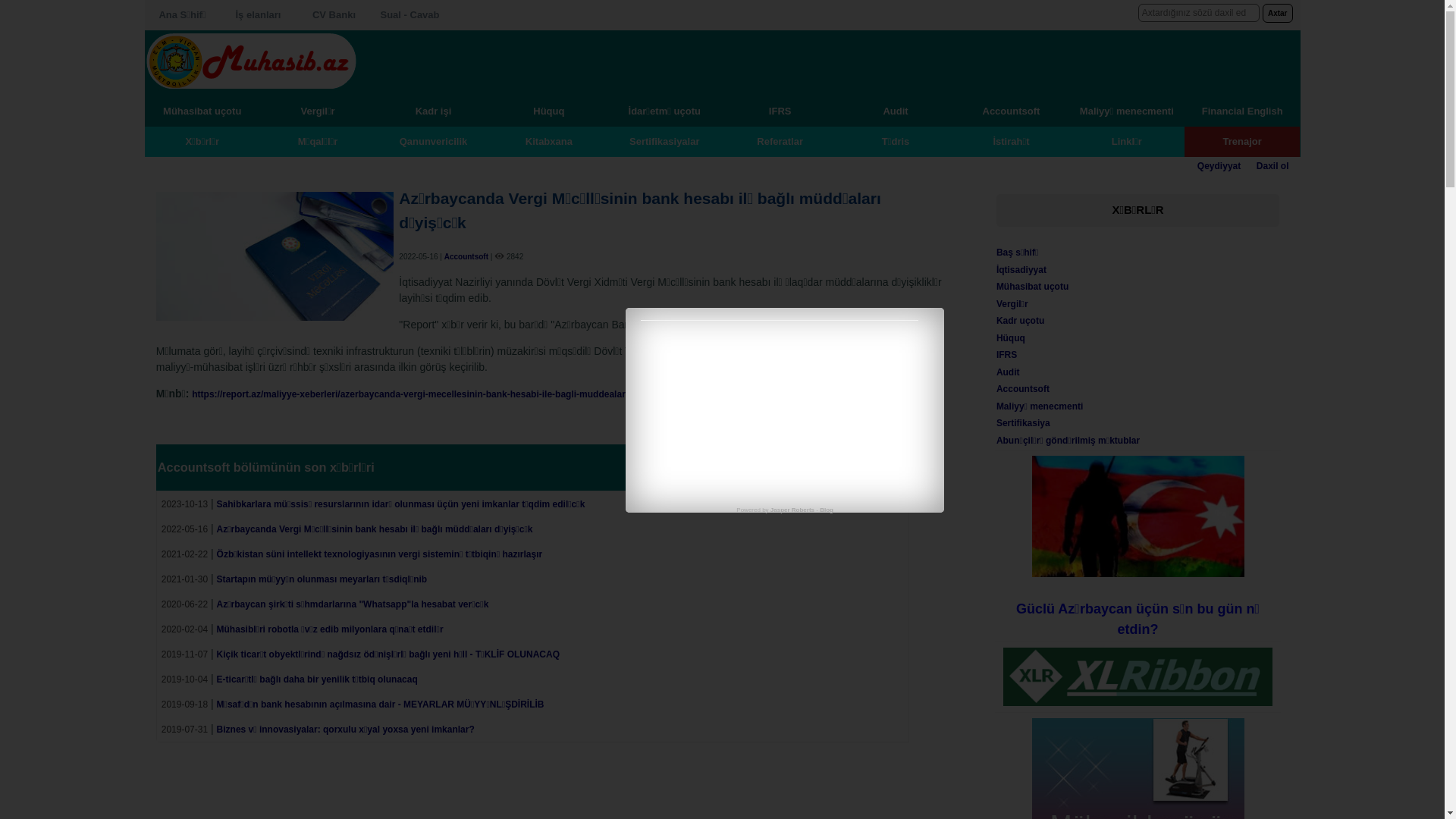 Image resolution: width=1456 pixels, height=819 pixels. What do you see at coordinates (895, 110) in the screenshot?
I see `'Audit'` at bounding box center [895, 110].